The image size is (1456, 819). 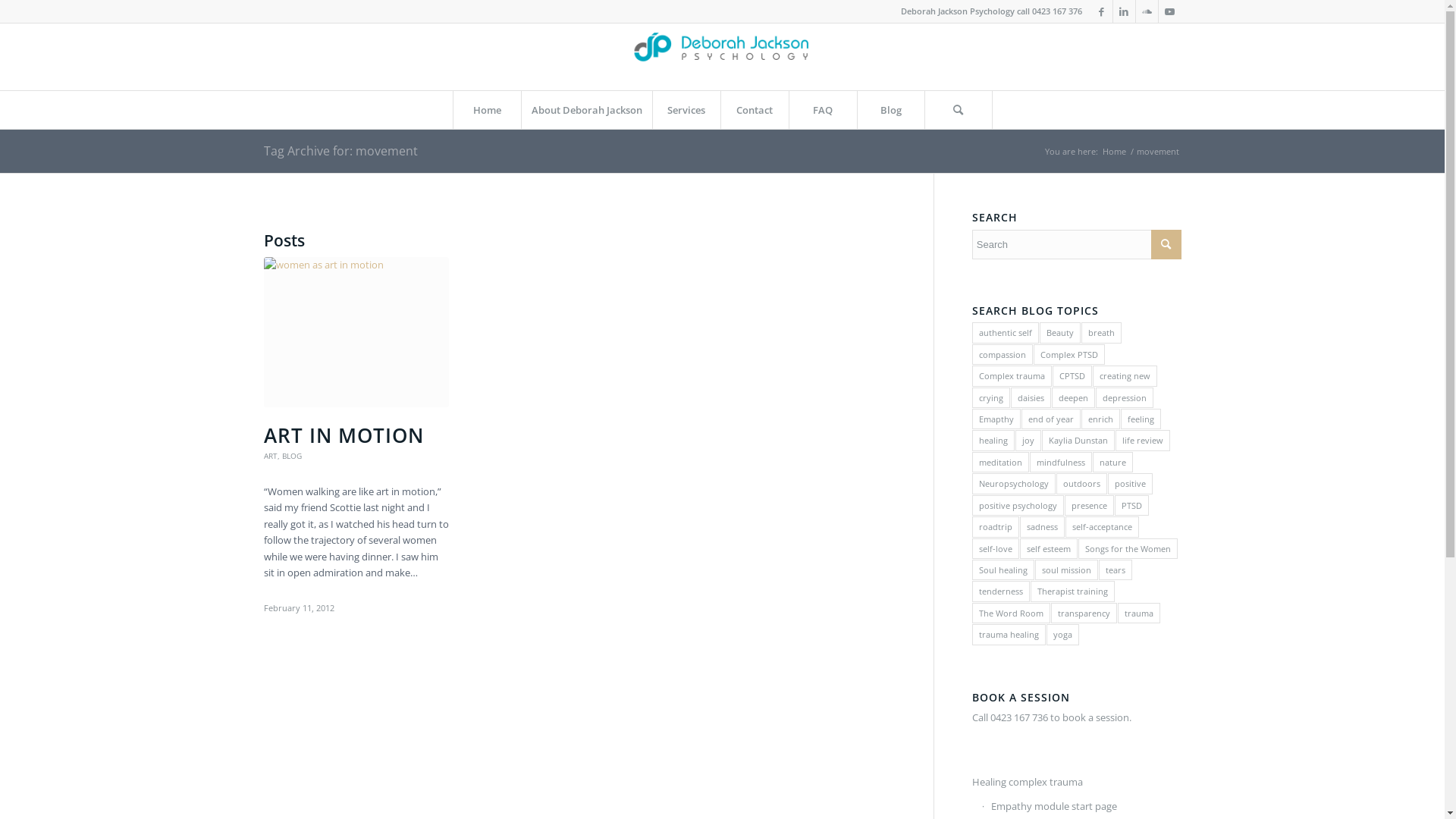 I want to click on 'Soundcloud', so click(x=1147, y=11).